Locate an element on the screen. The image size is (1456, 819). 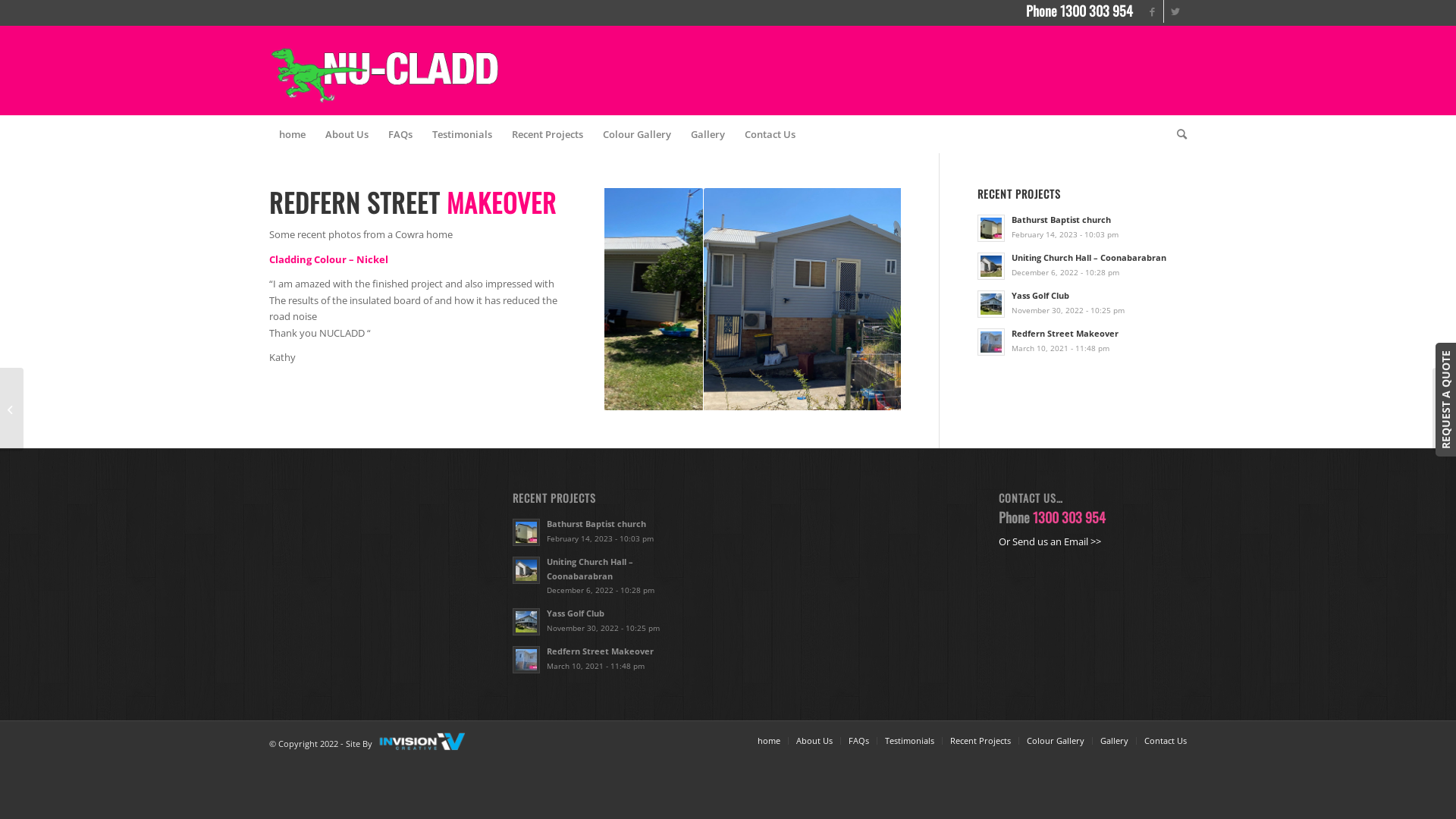
'Redfern Street Makeover is located at coordinates (607, 657).